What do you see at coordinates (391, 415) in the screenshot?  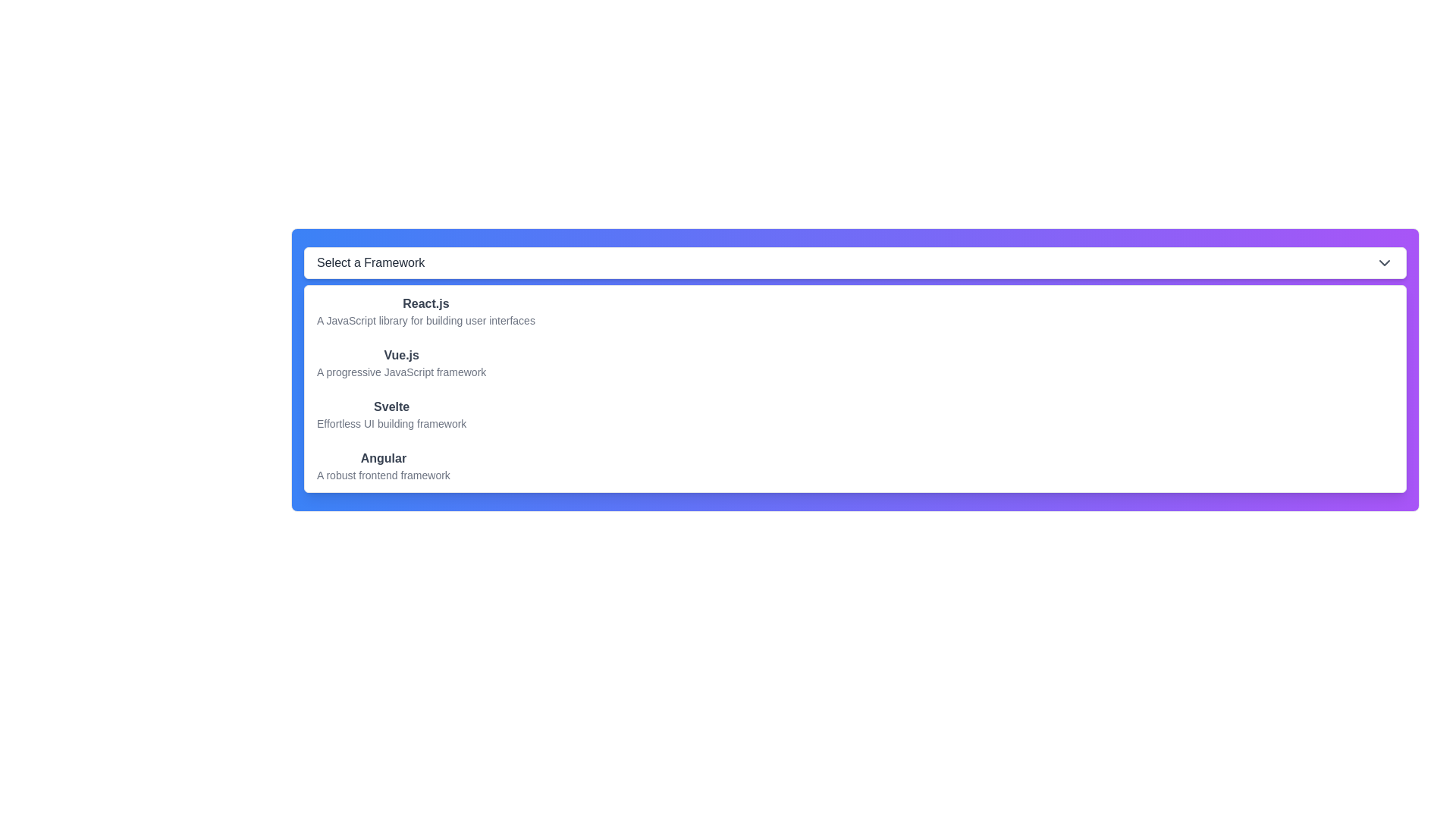 I see `the list item displaying the option 'Svelte' in the dropdown menu` at bounding box center [391, 415].